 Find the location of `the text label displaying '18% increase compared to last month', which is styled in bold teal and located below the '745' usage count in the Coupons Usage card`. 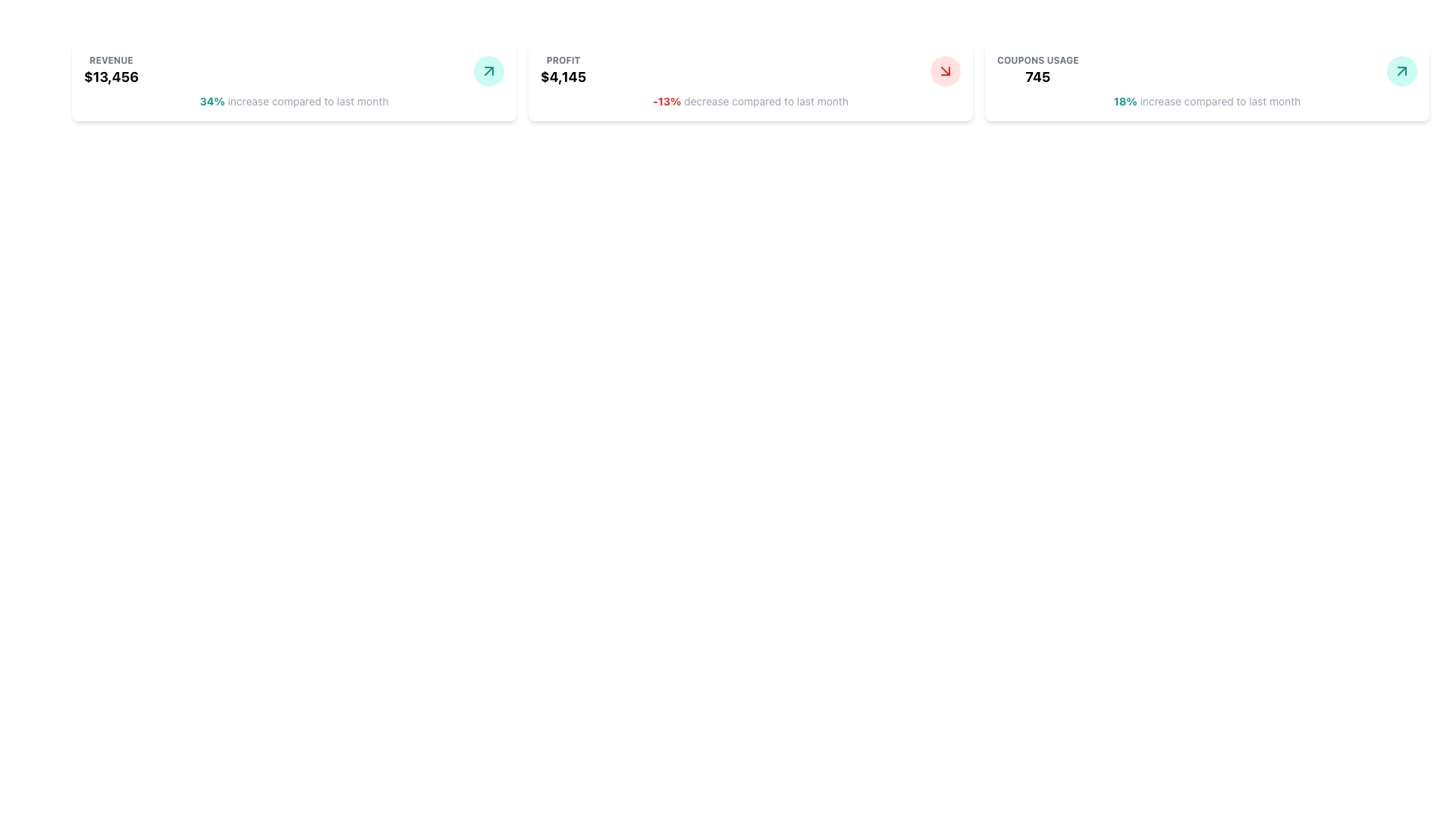

the text label displaying '18% increase compared to last month', which is styled in bold teal and located below the '745' usage count in the Coupons Usage card is located at coordinates (1207, 102).